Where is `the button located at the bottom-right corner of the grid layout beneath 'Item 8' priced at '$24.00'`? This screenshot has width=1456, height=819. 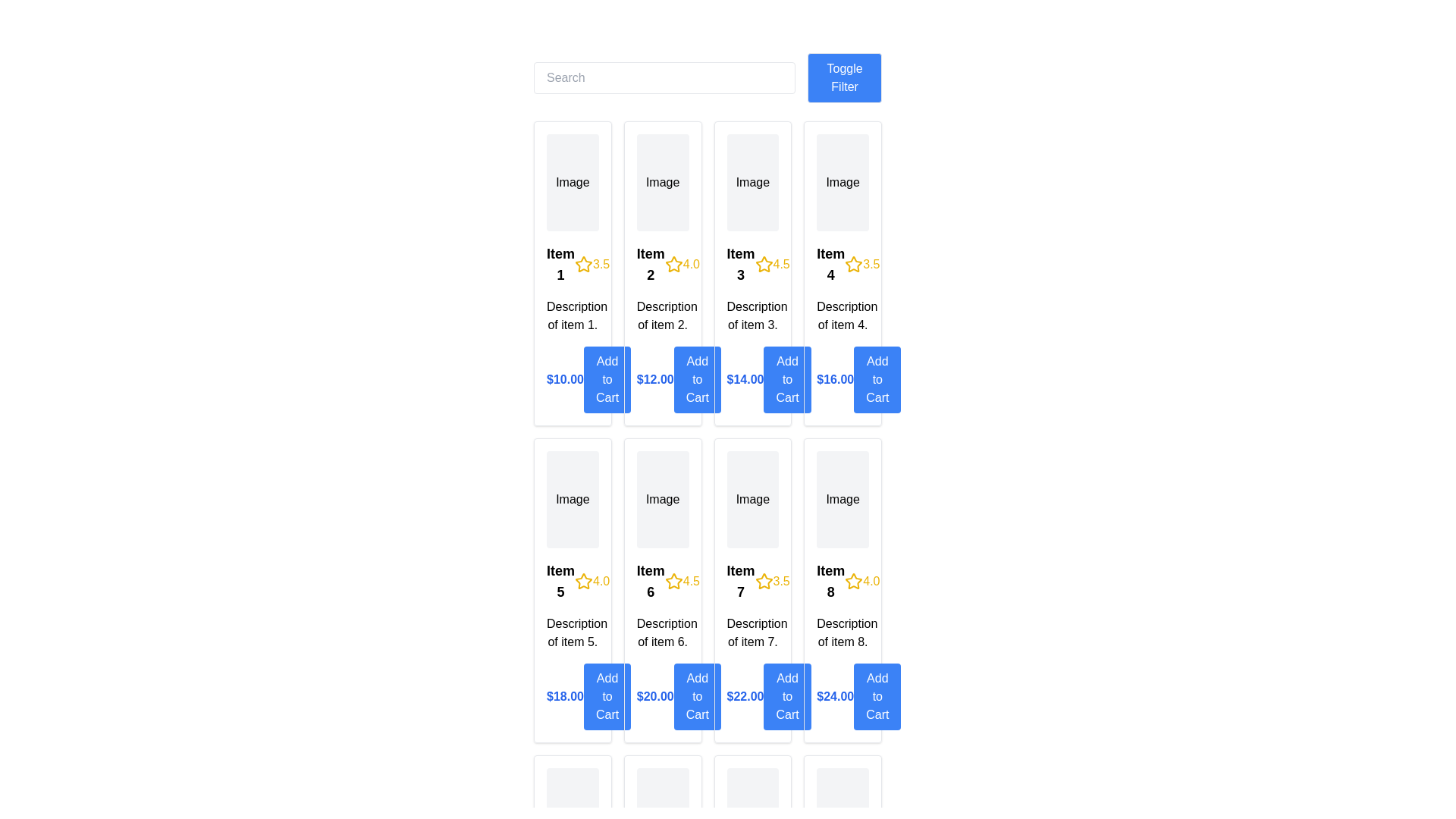
the button located at the bottom-right corner of the grid layout beneath 'Item 8' priced at '$24.00' is located at coordinates (877, 696).